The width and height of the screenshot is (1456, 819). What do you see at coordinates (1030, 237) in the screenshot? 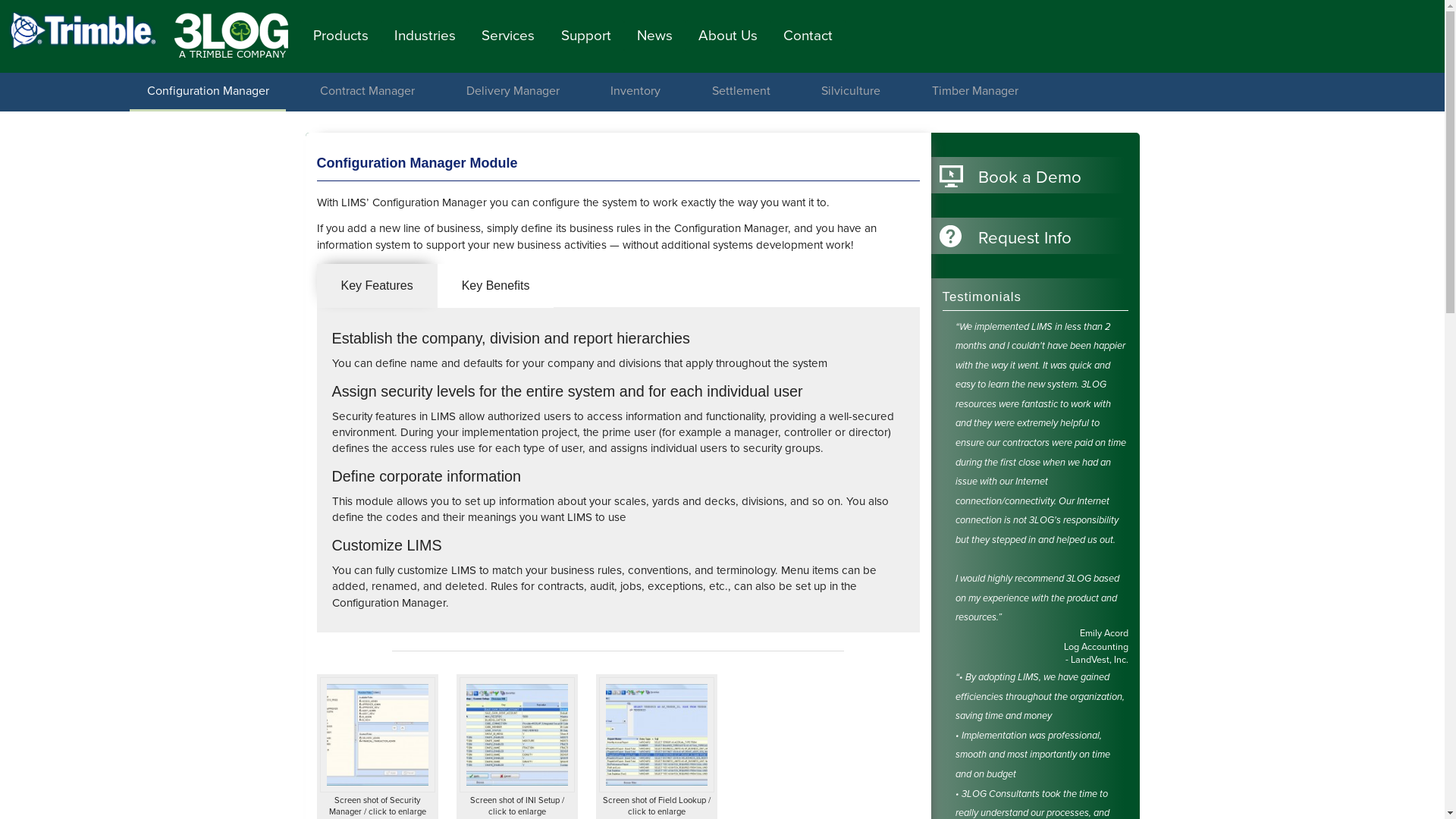
I see `'  Request Info'` at bounding box center [1030, 237].